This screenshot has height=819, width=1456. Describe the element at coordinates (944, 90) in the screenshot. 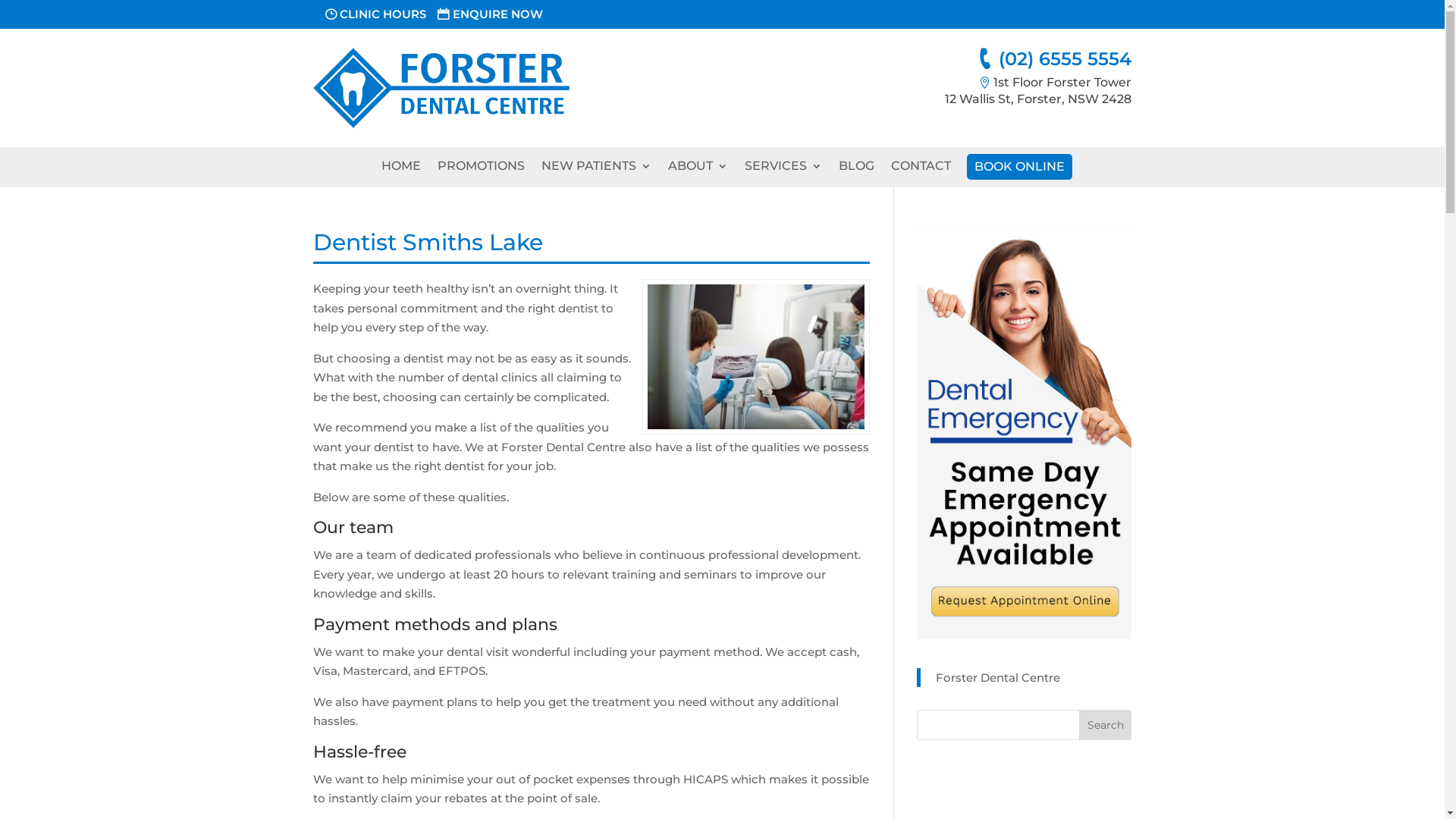

I see `'1st Floor Forster Tower` at that location.